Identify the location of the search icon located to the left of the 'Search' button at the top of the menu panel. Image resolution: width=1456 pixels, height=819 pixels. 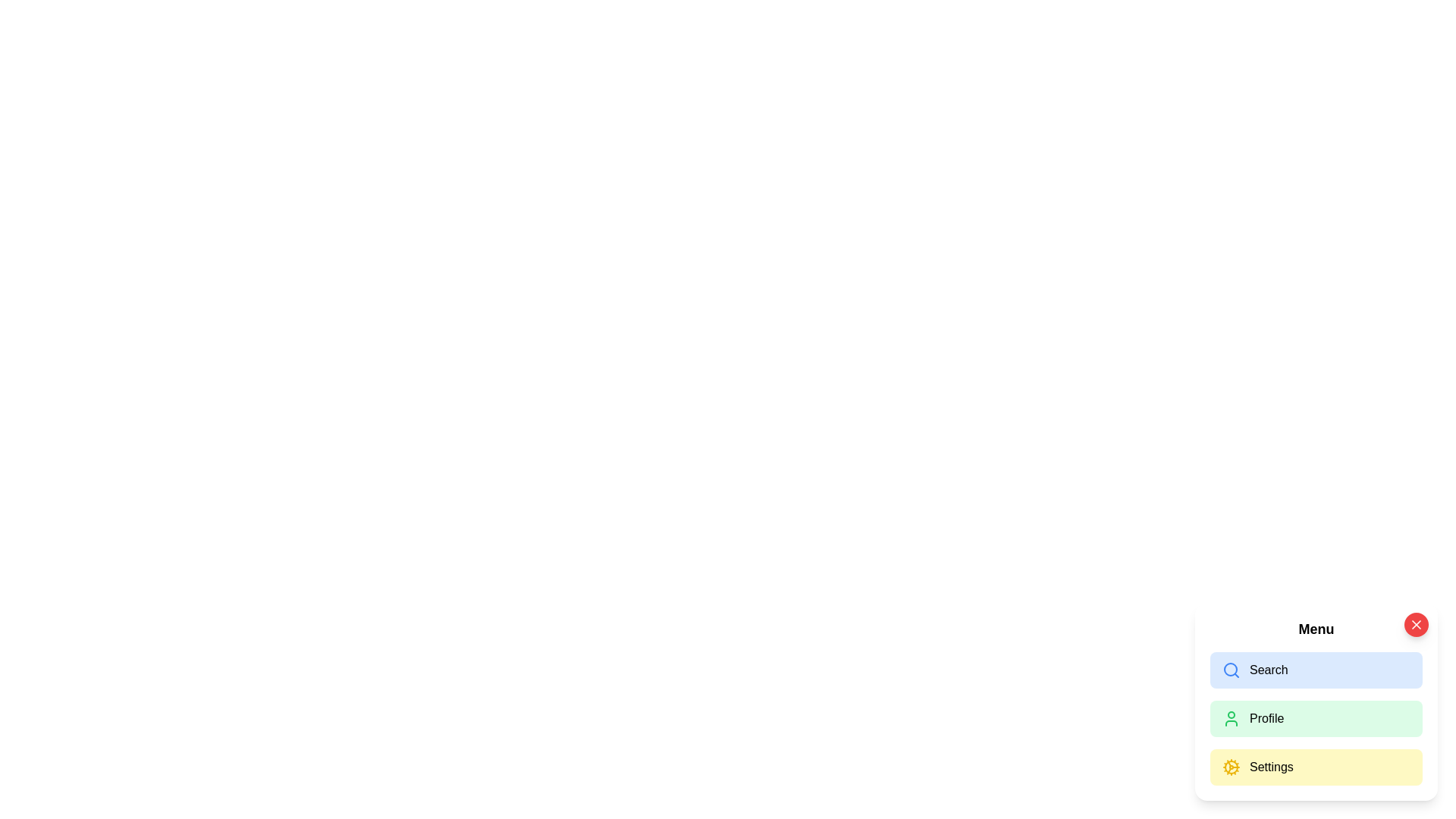
(1231, 669).